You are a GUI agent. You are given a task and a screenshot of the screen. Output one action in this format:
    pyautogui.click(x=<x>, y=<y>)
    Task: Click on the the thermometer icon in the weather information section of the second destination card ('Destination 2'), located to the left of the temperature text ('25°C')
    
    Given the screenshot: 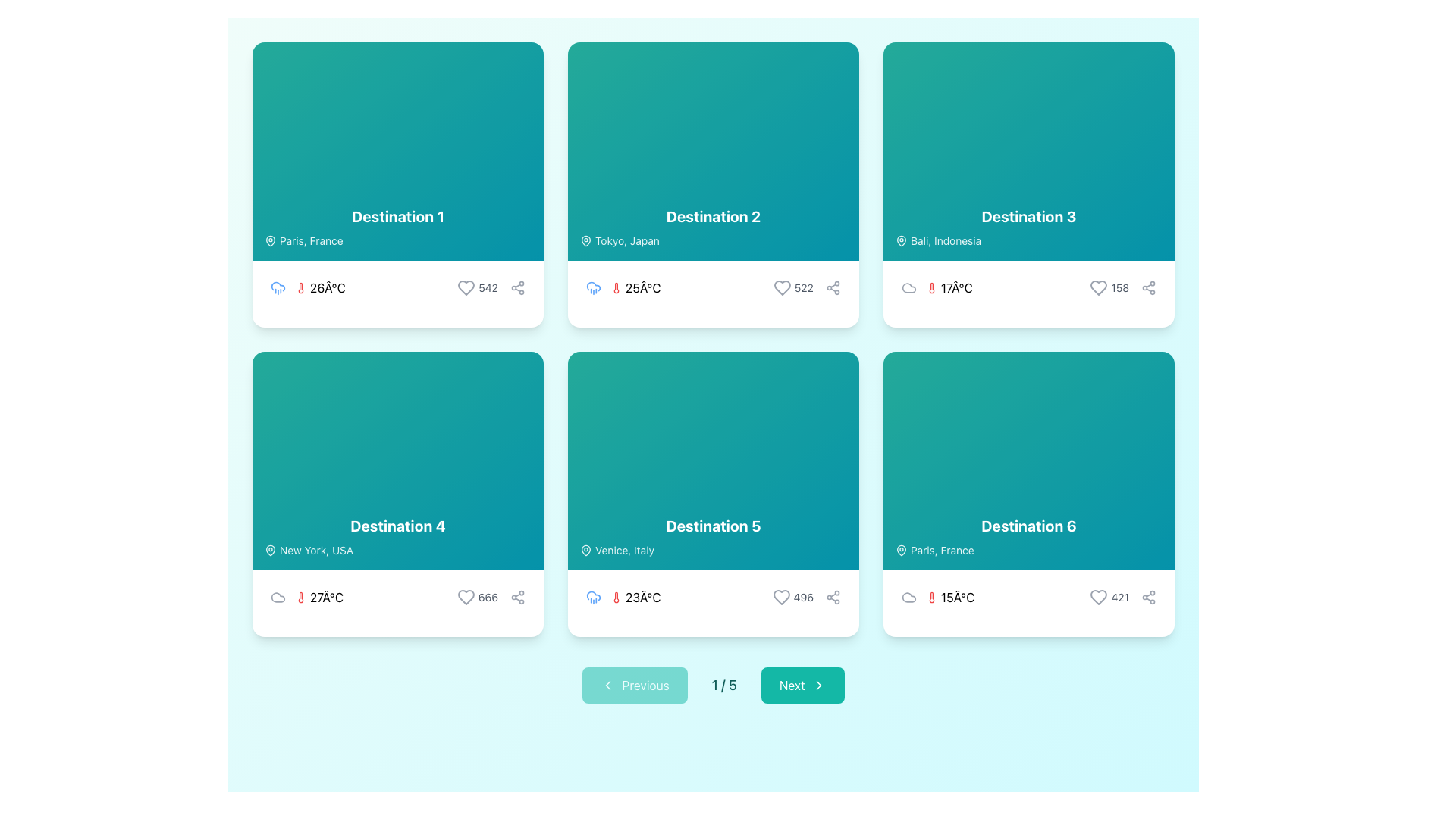 What is the action you would take?
    pyautogui.click(x=616, y=288)
    